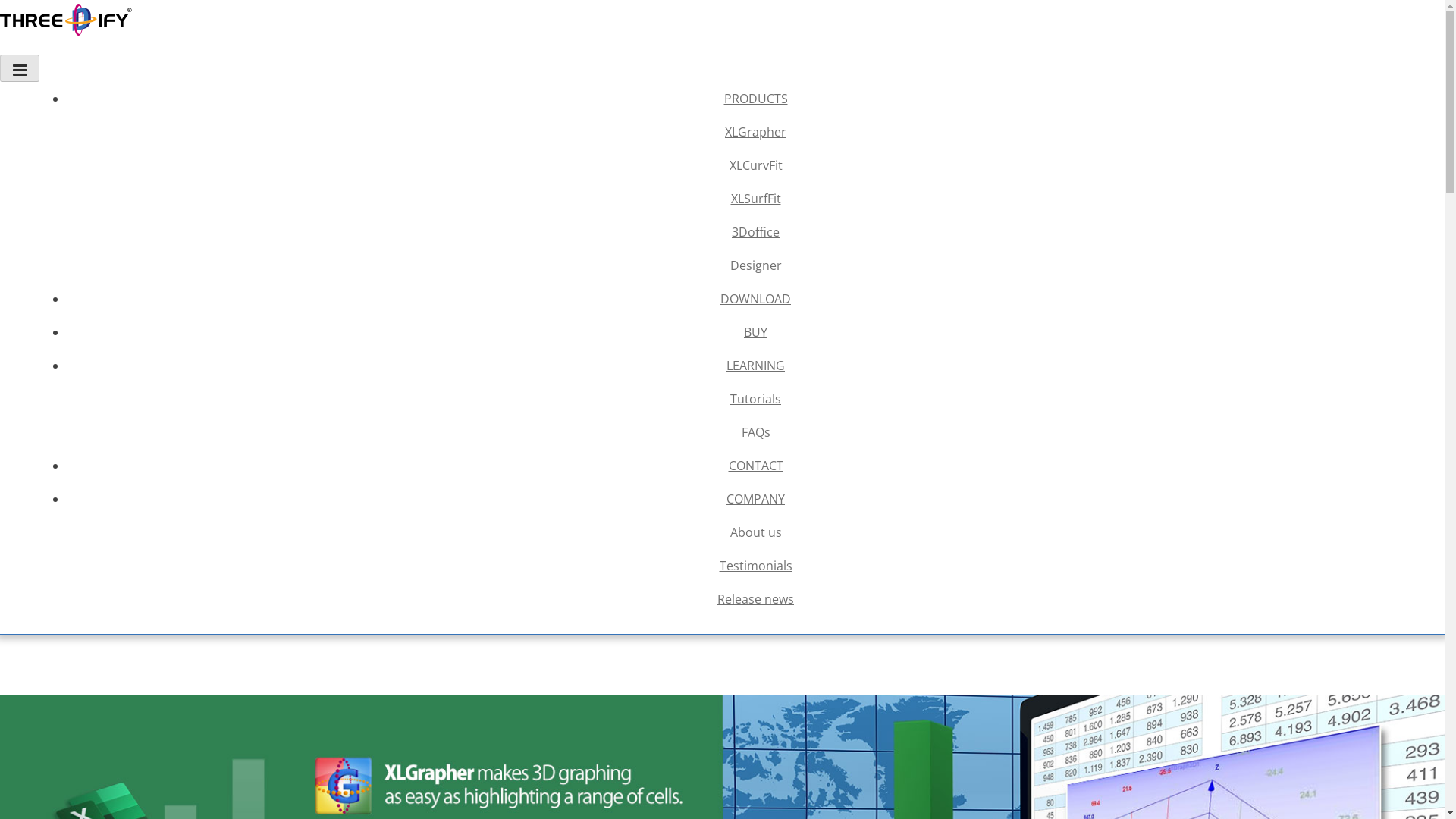 This screenshot has width=1456, height=819. Describe the element at coordinates (69, 464) in the screenshot. I see `'CONTACT'` at that location.